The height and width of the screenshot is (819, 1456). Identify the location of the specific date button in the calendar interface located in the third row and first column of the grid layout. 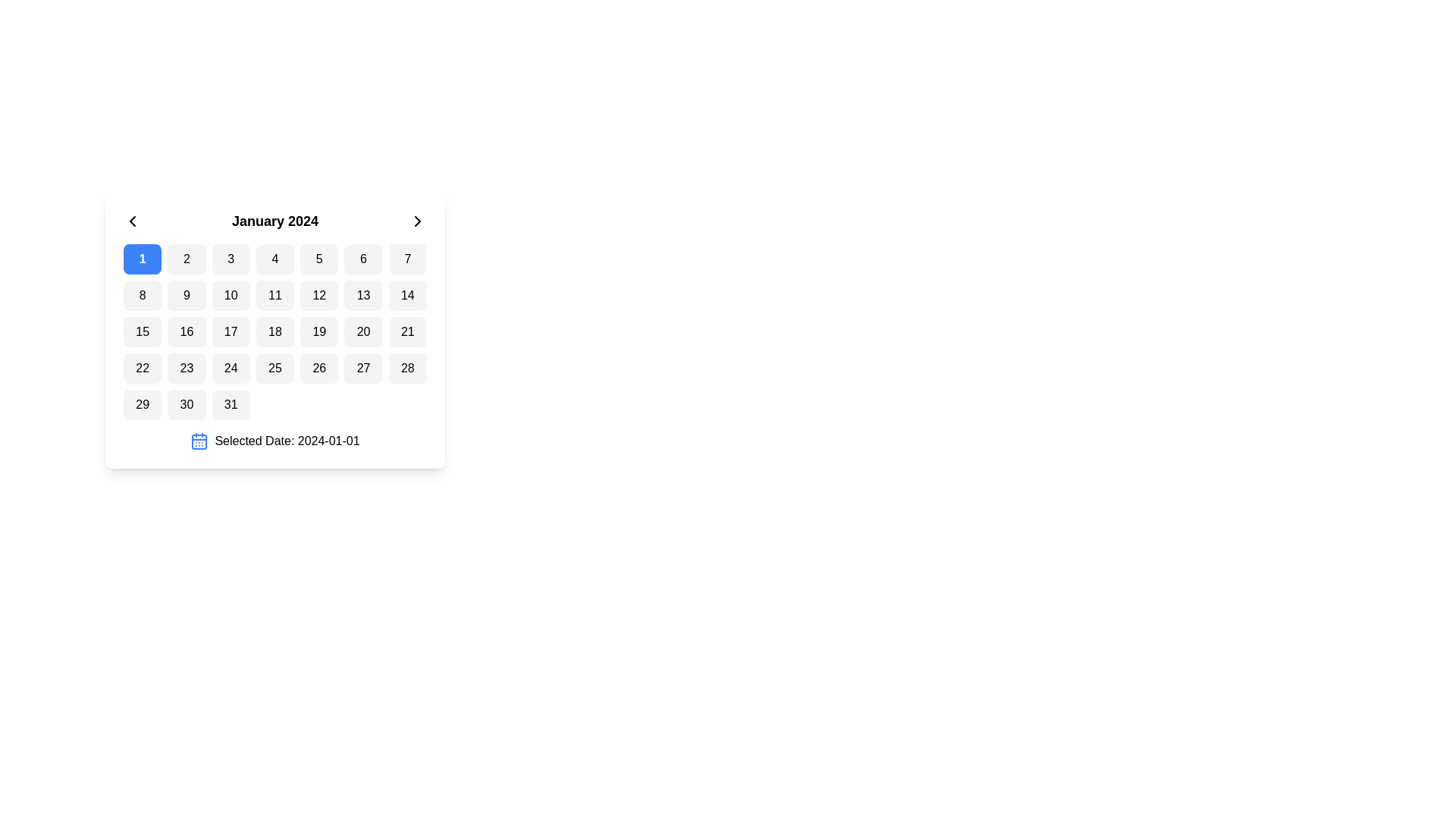
(142, 331).